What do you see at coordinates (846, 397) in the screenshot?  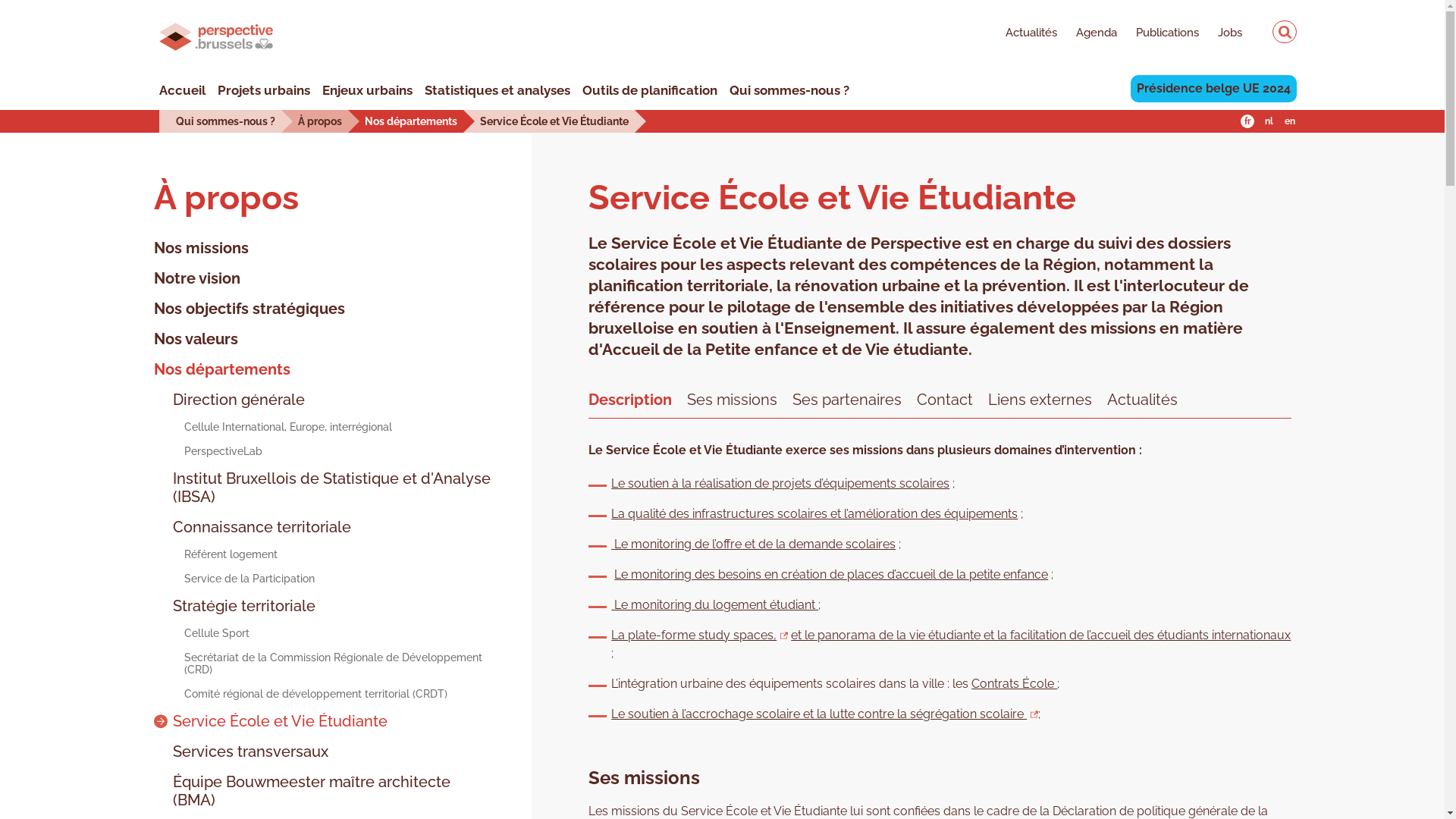 I see `'Ses partenaires'` at bounding box center [846, 397].